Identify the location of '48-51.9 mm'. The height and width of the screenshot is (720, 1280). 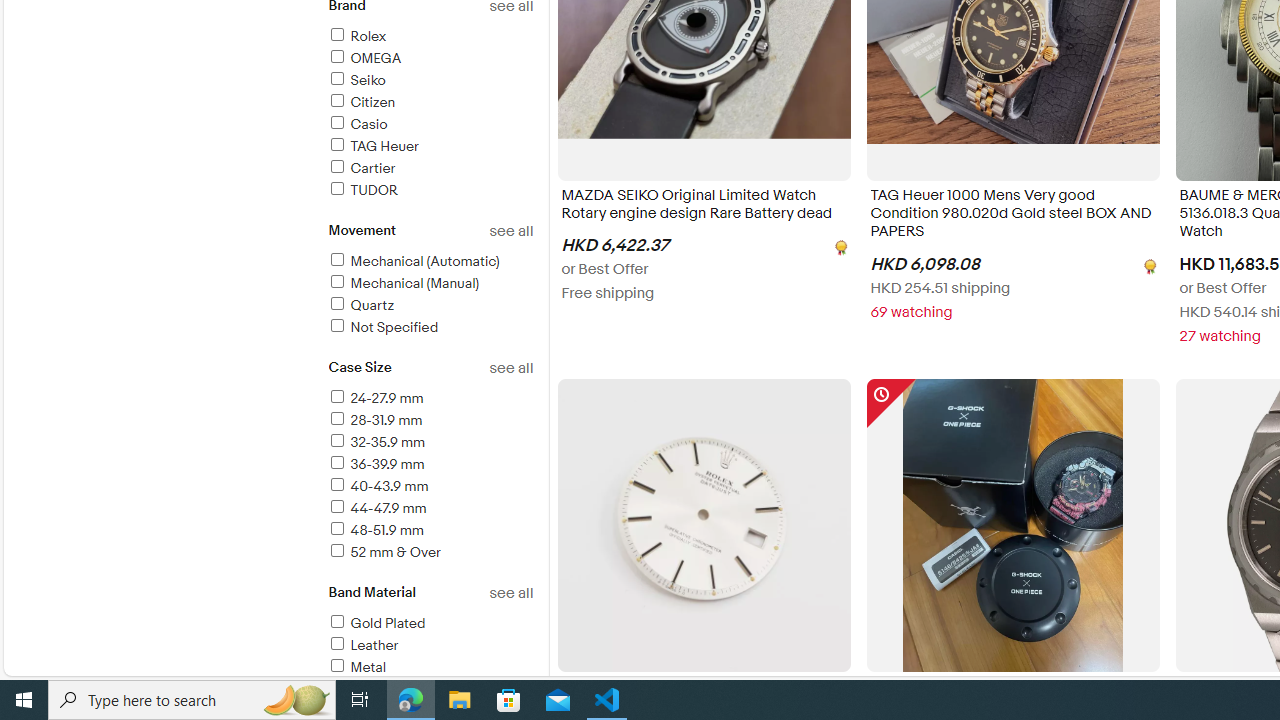
(429, 530).